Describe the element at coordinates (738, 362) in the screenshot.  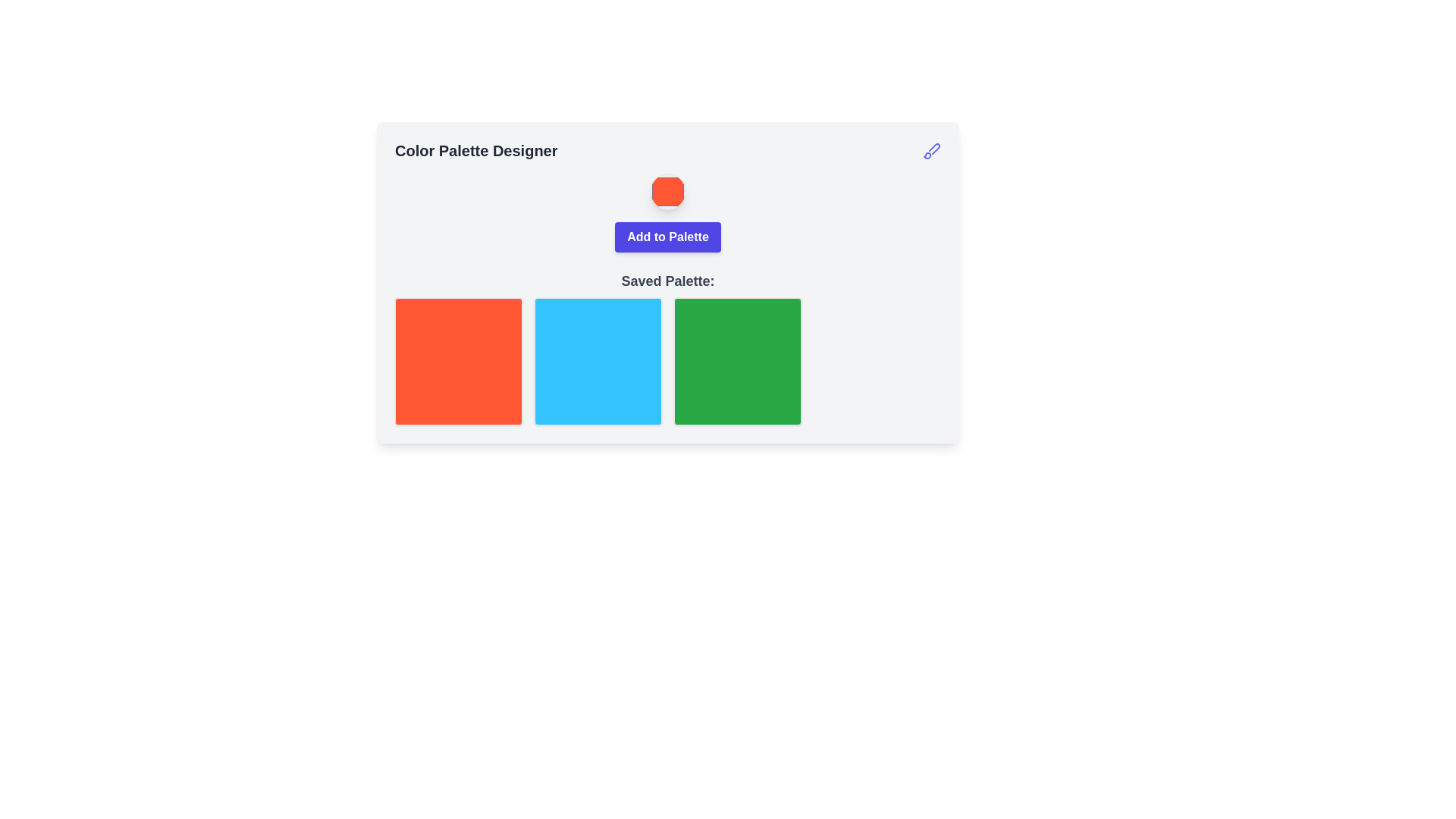
I see `the green square visual placeholder in the 'Saved Palette:' section, which is the third element from the left` at that location.